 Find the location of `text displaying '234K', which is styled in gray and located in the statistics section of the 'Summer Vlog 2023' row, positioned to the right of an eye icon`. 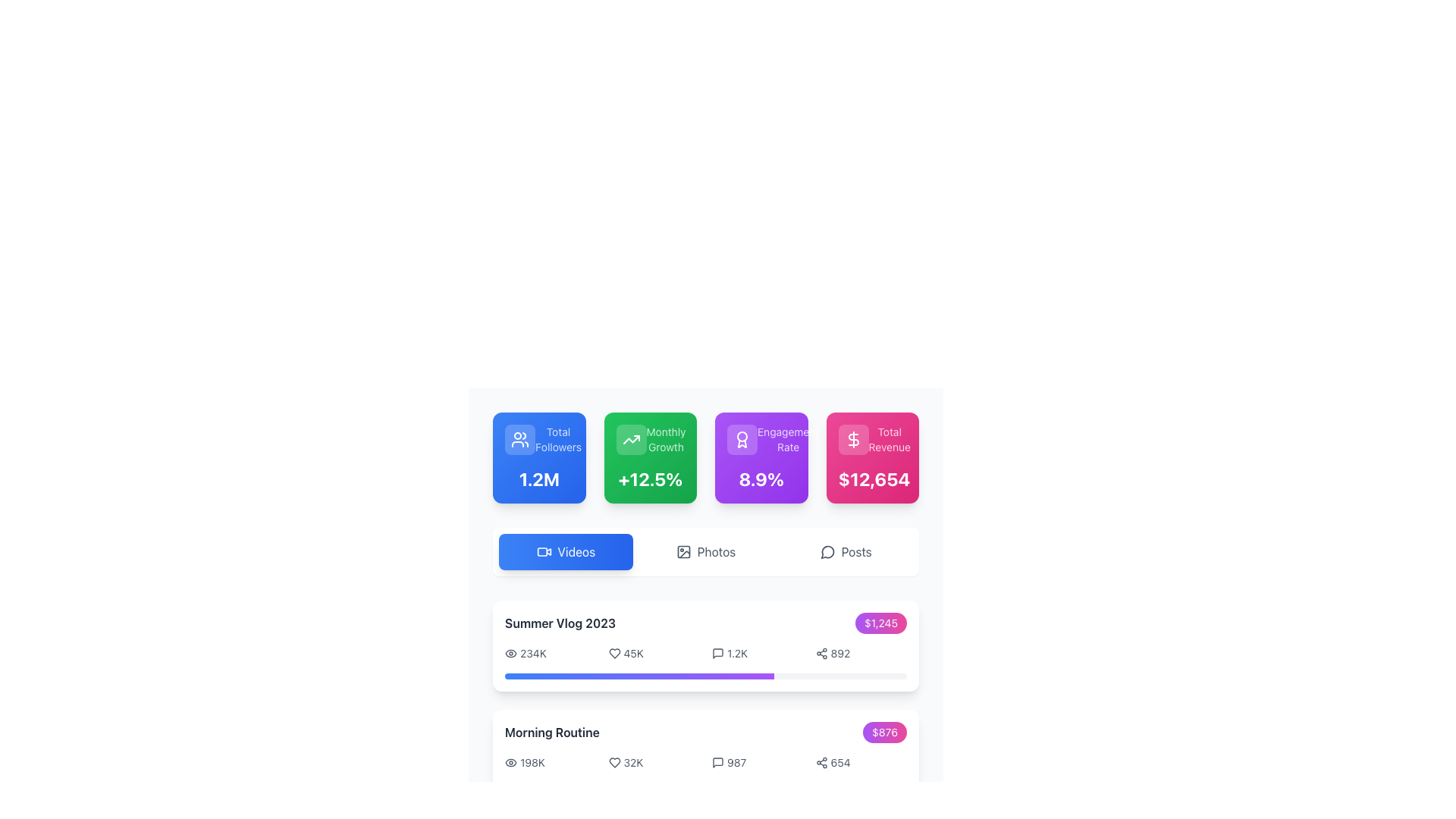

text displaying '234K', which is styled in gray and located in the statistics section of the 'Summer Vlog 2023' row, positioned to the right of an eye icon is located at coordinates (533, 652).